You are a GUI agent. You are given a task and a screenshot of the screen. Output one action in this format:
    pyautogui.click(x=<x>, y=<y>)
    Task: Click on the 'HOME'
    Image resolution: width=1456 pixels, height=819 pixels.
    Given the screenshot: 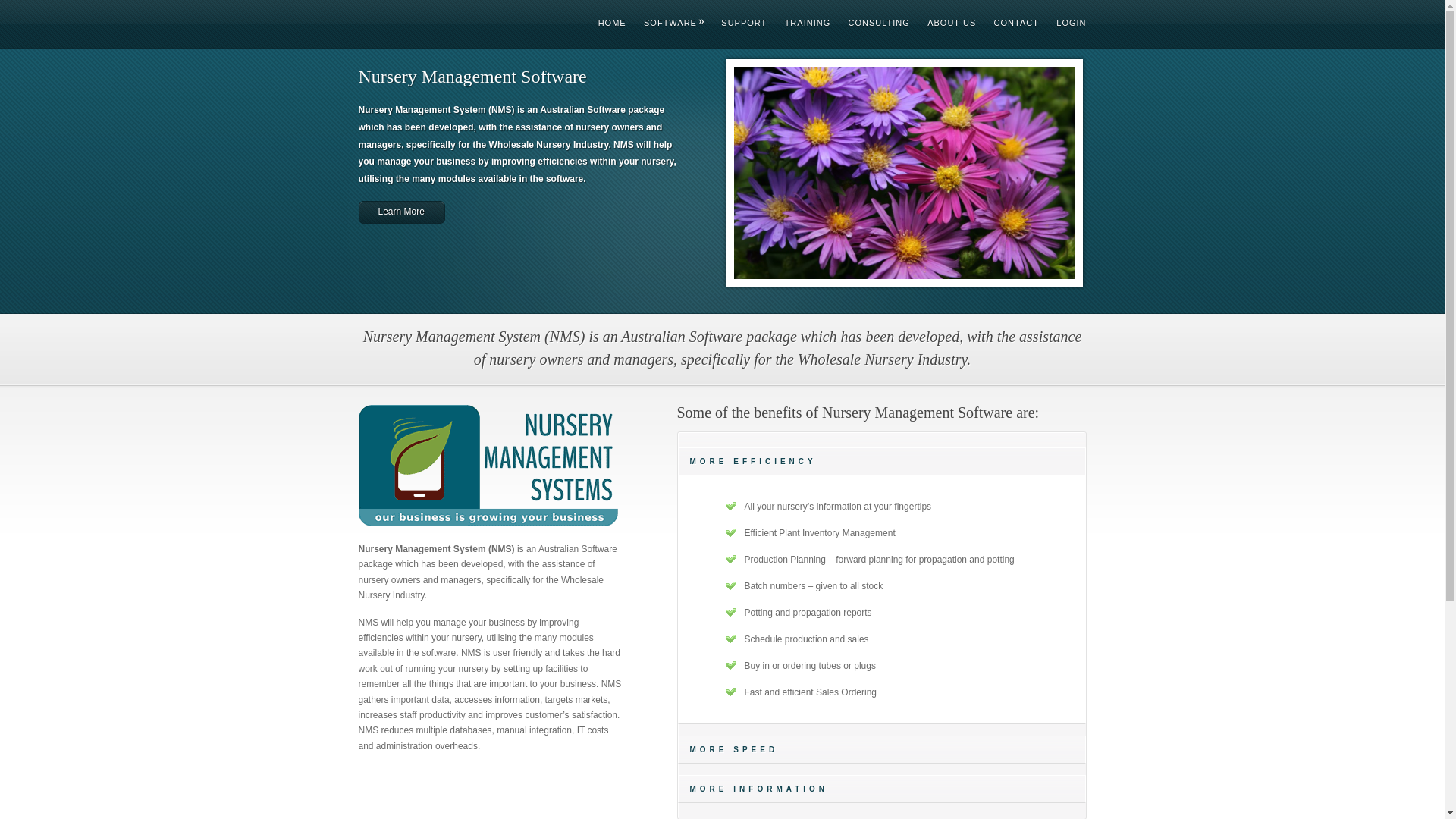 What is the action you would take?
    pyautogui.click(x=604, y=23)
    